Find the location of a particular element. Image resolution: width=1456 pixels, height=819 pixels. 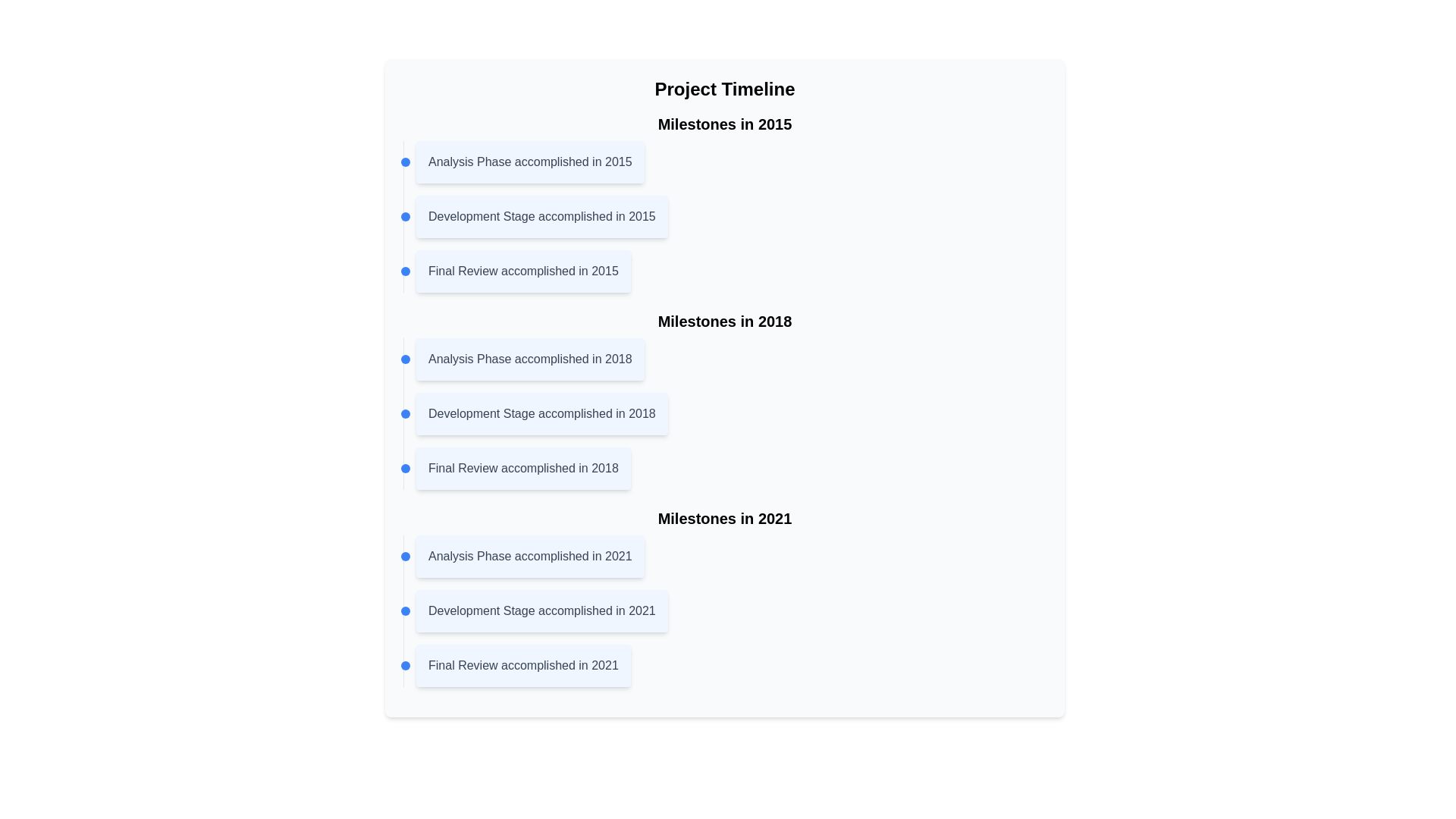

the graphical indicator (dot/marker) that visually indicates the milestone 'Analysis Phase accomplished in 2018' in the timeline section is located at coordinates (405, 359).